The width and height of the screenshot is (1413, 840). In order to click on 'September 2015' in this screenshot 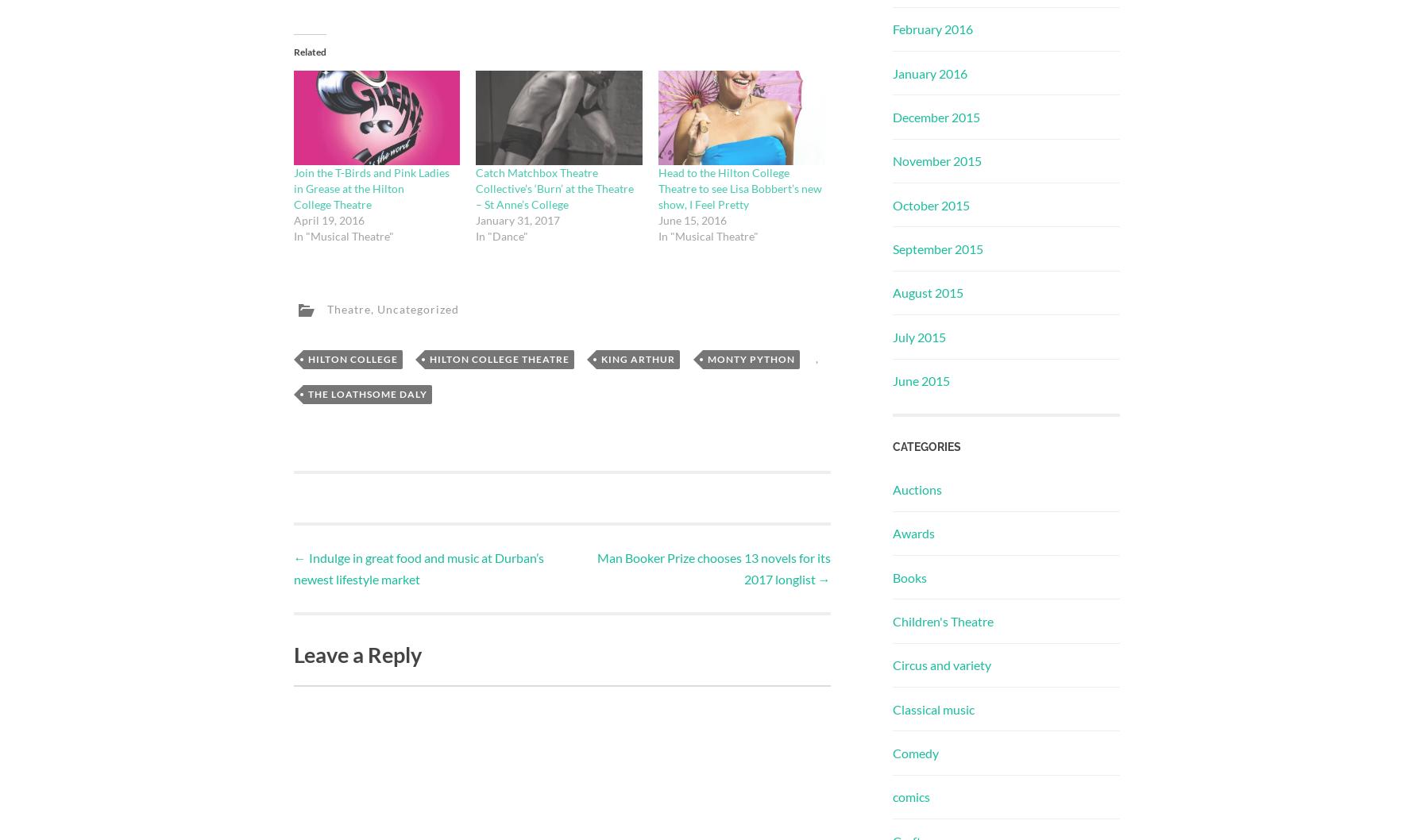, I will do `click(936, 248)`.